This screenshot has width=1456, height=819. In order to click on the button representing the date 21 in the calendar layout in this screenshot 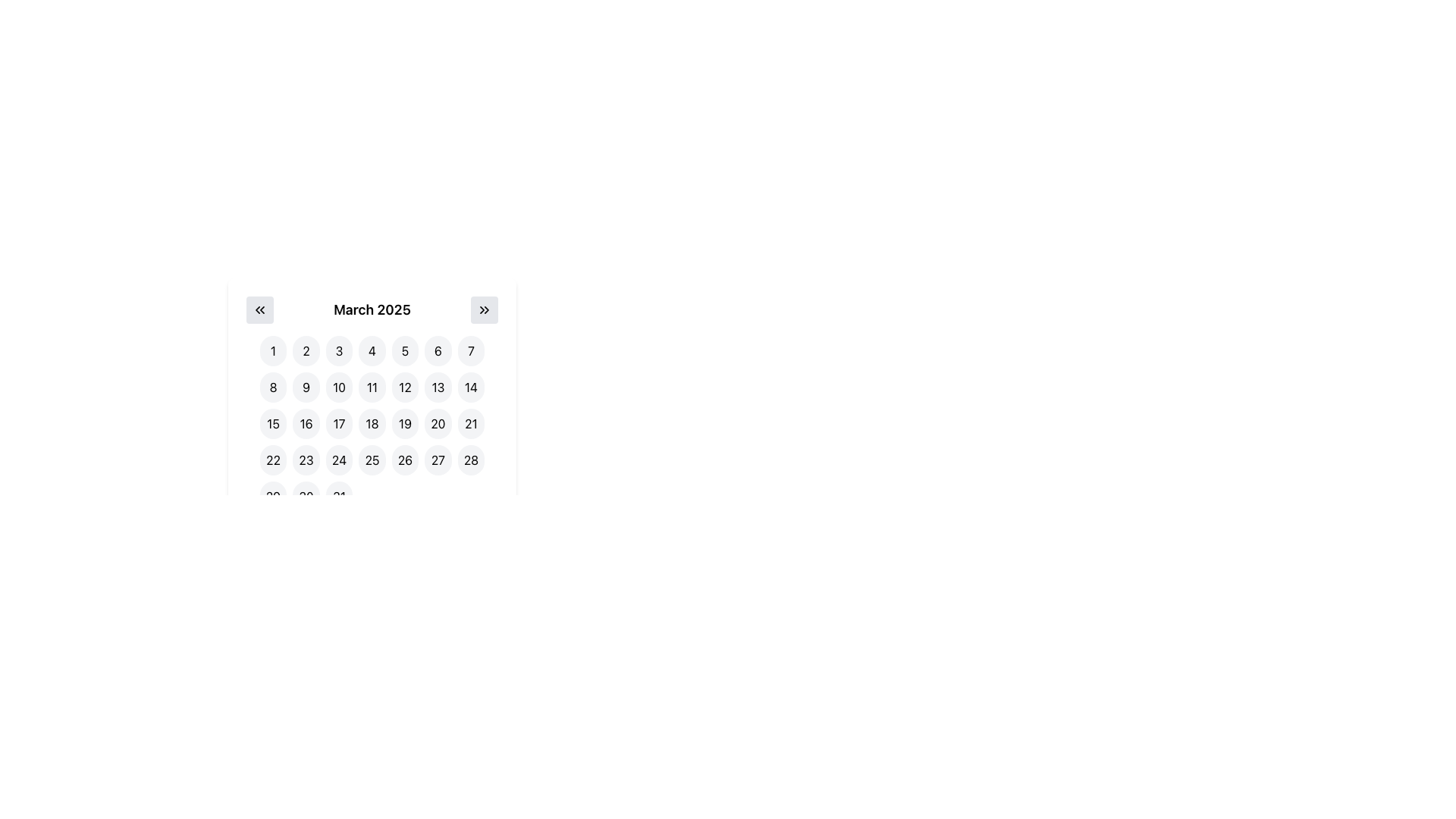, I will do `click(470, 424)`.